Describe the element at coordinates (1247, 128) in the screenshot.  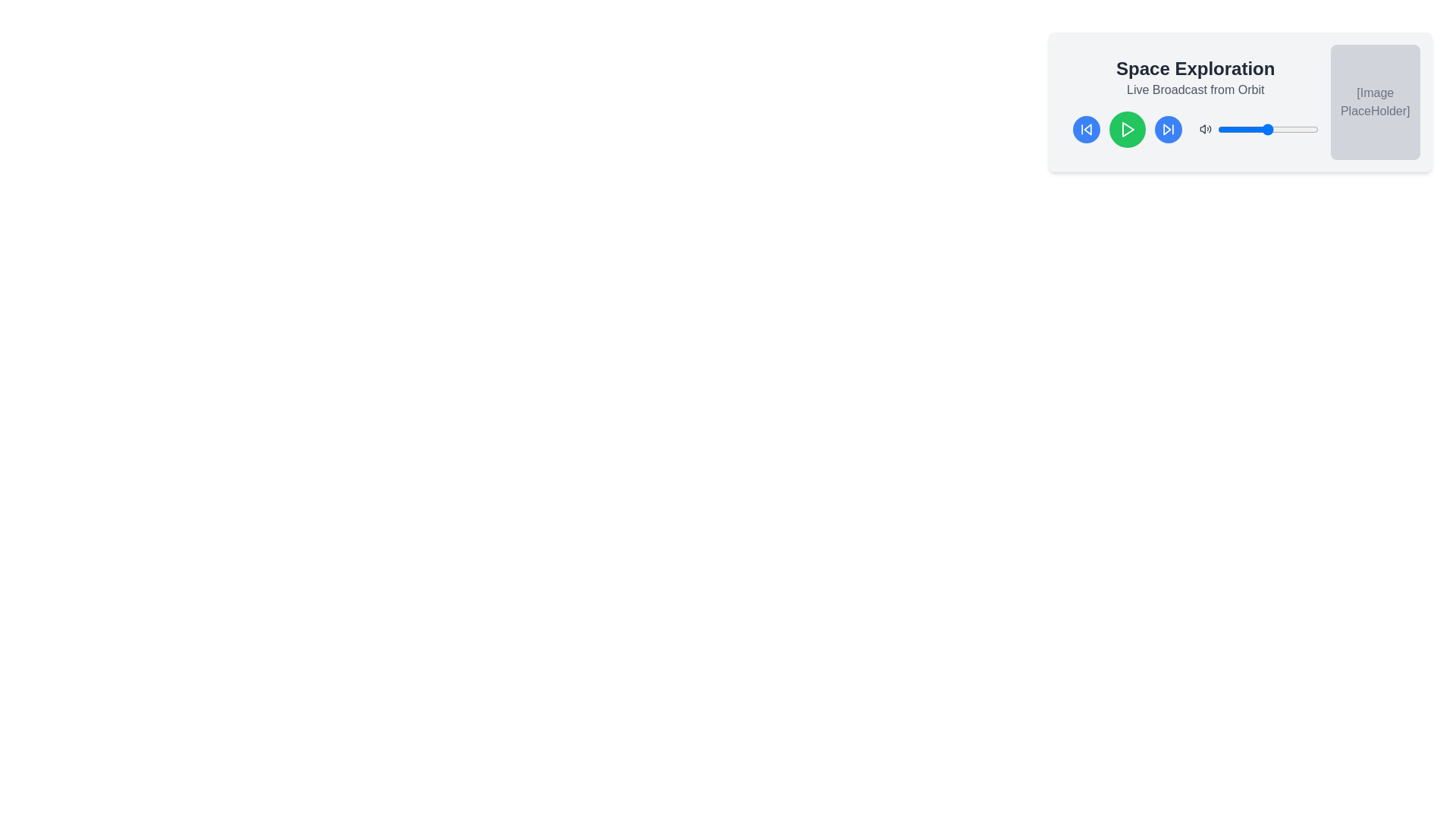
I see `the slider value` at that location.